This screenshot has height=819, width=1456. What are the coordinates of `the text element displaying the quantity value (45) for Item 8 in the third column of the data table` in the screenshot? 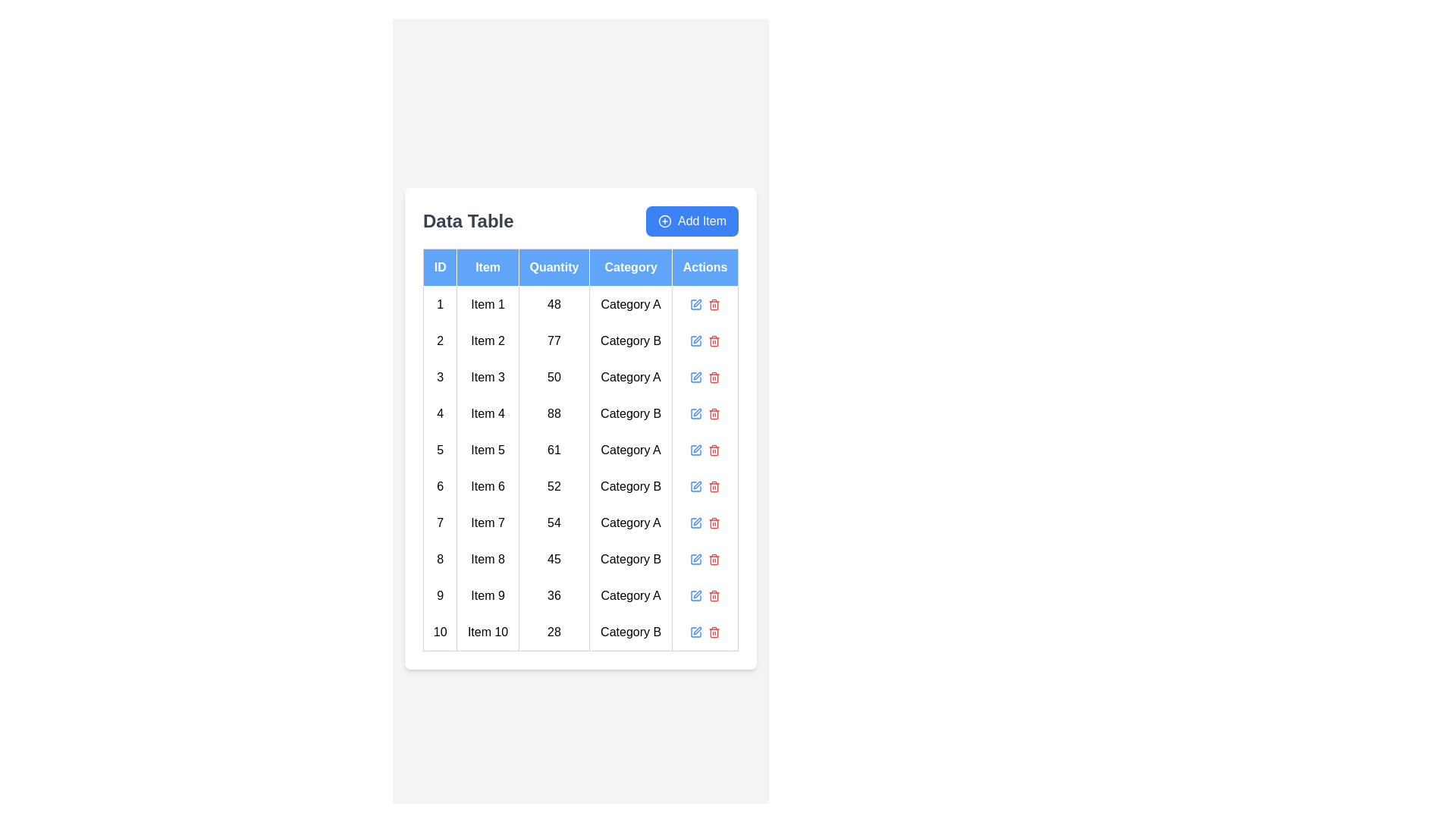 It's located at (553, 559).